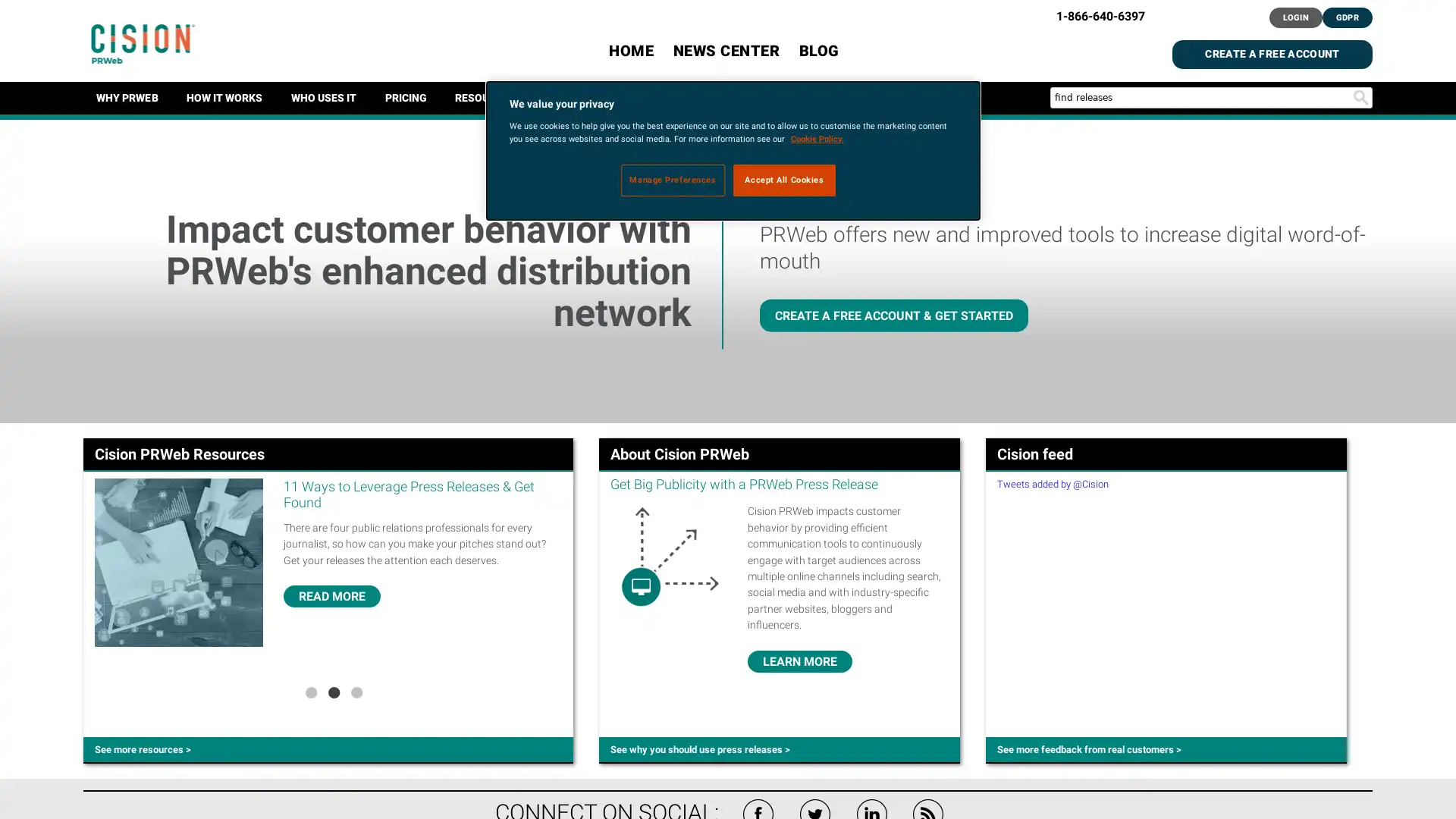 Image resolution: width=1456 pixels, height=819 pixels. Describe the element at coordinates (672, 178) in the screenshot. I see `Manage Preferences` at that location.